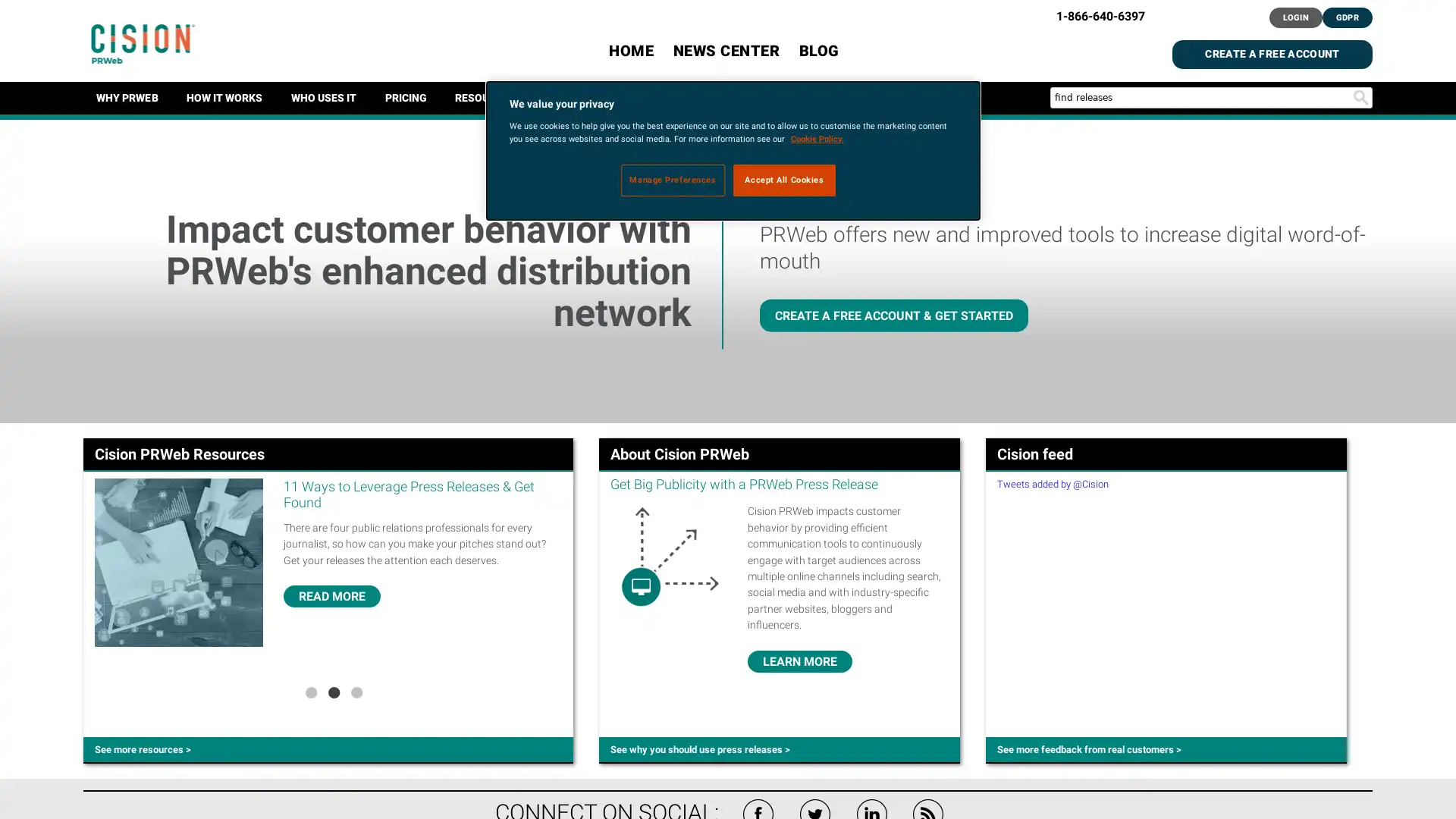 Image resolution: width=1456 pixels, height=819 pixels. Describe the element at coordinates (672, 178) in the screenshot. I see `Manage Preferences` at that location.